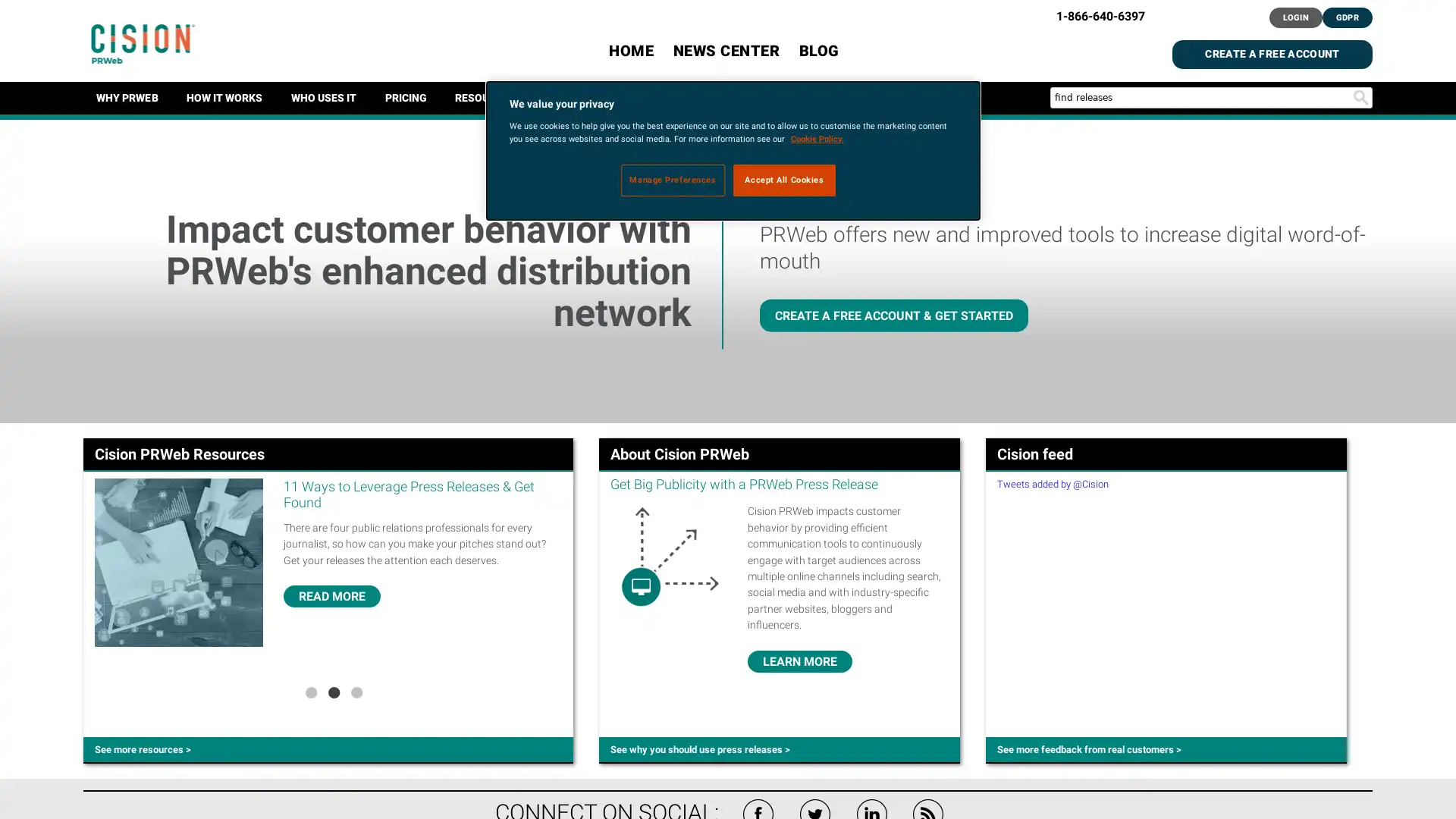 Image resolution: width=1456 pixels, height=819 pixels. Describe the element at coordinates (672, 178) in the screenshot. I see `Manage Preferences` at that location.